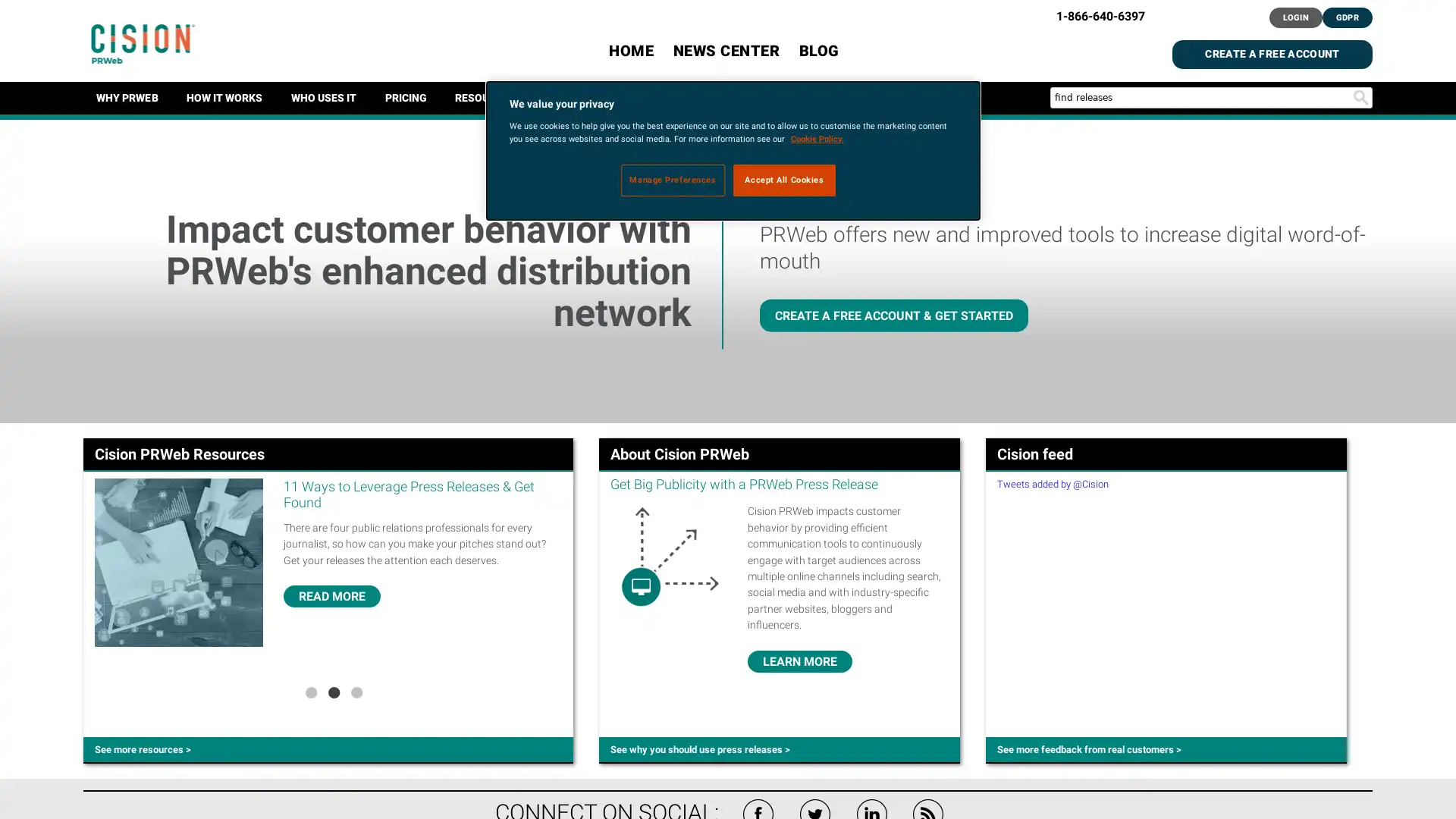 Image resolution: width=1456 pixels, height=819 pixels. Describe the element at coordinates (672, 178) in the screenshot. I see `Manage Preferences` at that location.